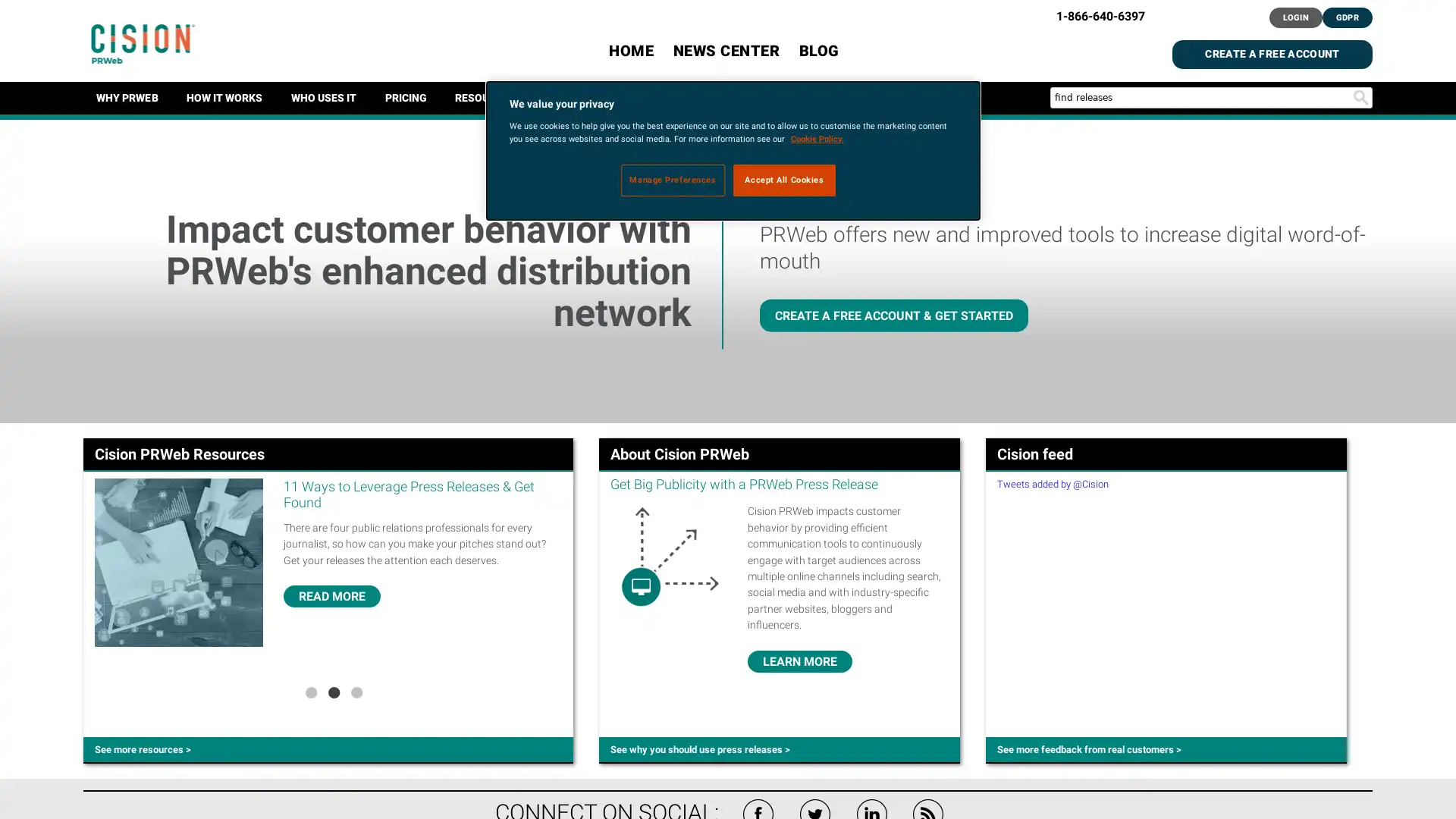 Image resolution: width=1456 pixels, height=819 pixels. Describe the element at coordinates (672, 178) in the screenshot. I see `Manage Preferences` at that location.